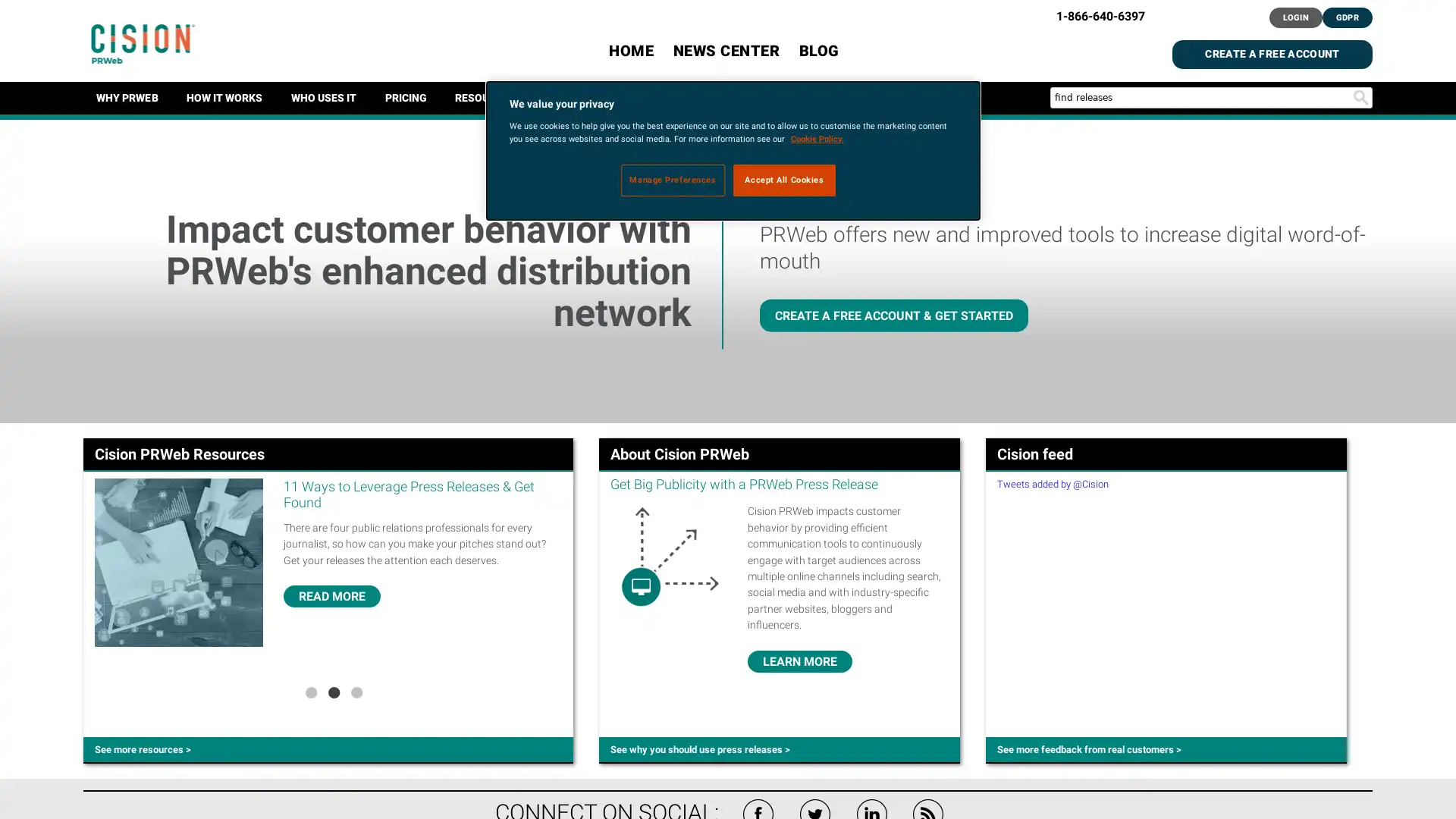 Image resolution: width=1456 pixels, height=819 pixels. Describe the element at coordinates (672, 178) in the screenshot. I see `Manage Preferences` at that location.